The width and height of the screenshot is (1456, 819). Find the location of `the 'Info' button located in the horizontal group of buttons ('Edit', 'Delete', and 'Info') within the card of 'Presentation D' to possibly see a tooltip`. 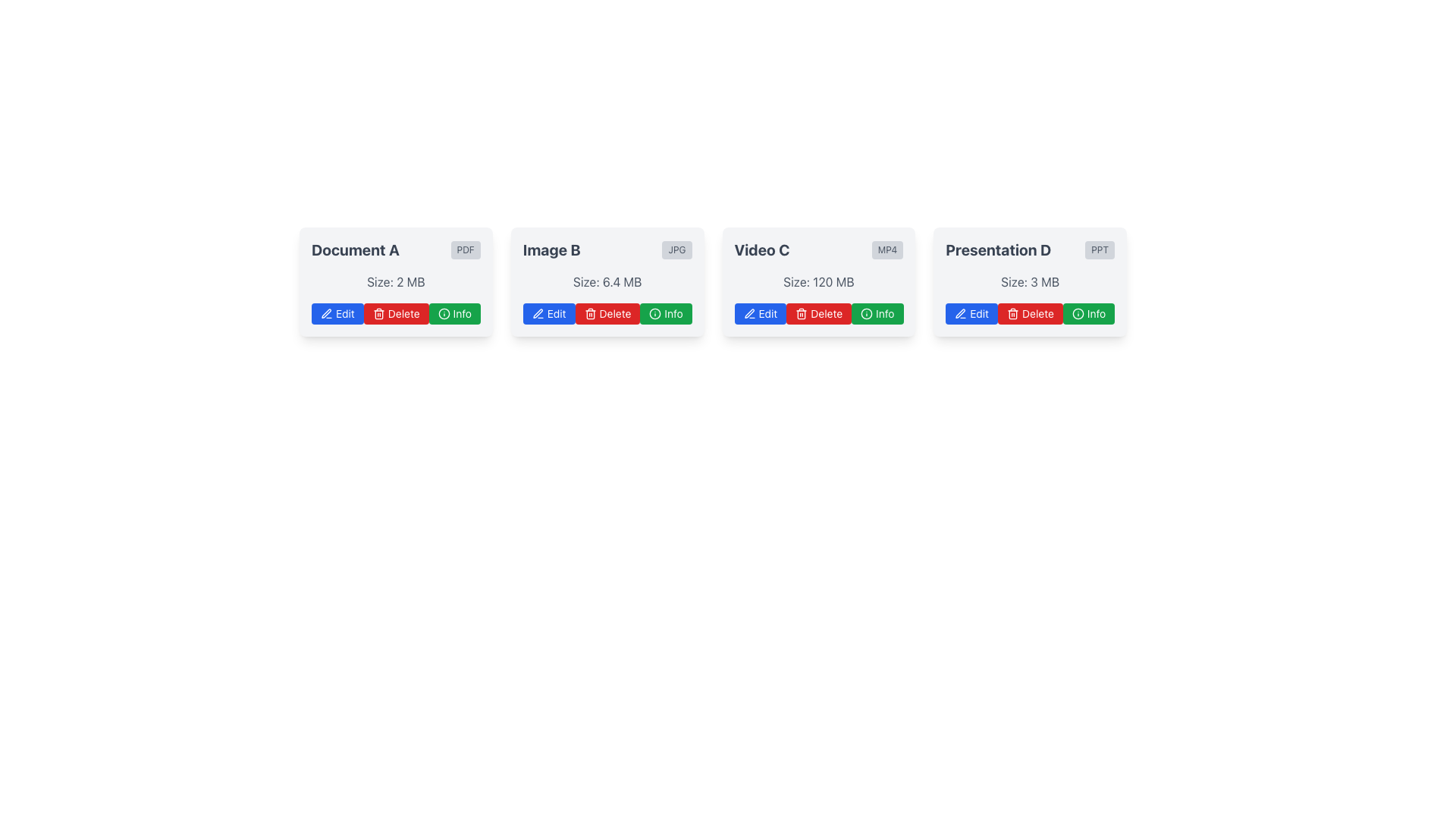

the 'Info' button located in the horizontal group of buttons ('Edit', 'Delete', and 'Info') within the card of 'Presentation D' to possibly see a tooltip is located at coordinates (1088, 312).